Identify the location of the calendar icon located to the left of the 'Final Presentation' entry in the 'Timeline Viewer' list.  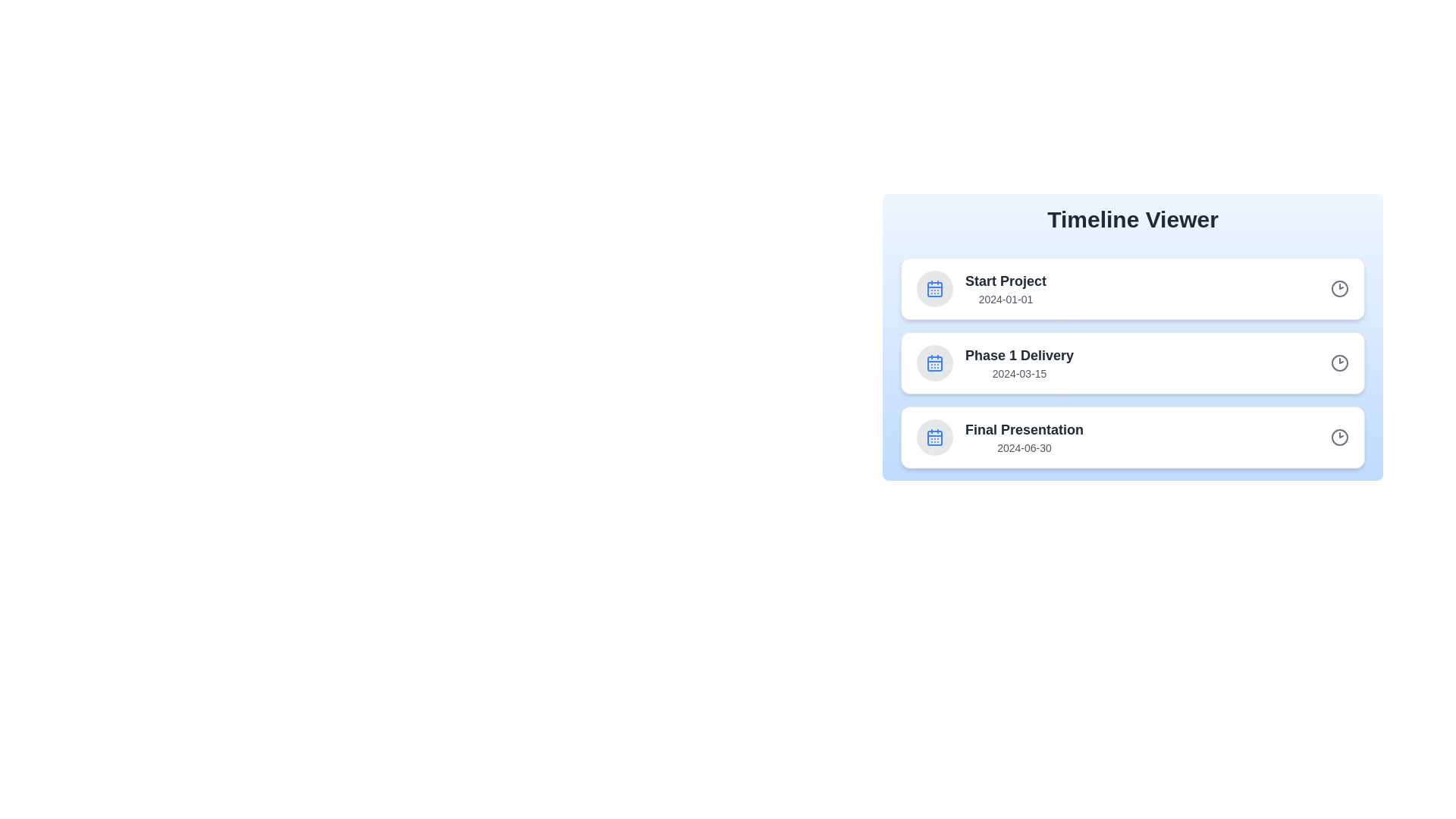
(934, 438).